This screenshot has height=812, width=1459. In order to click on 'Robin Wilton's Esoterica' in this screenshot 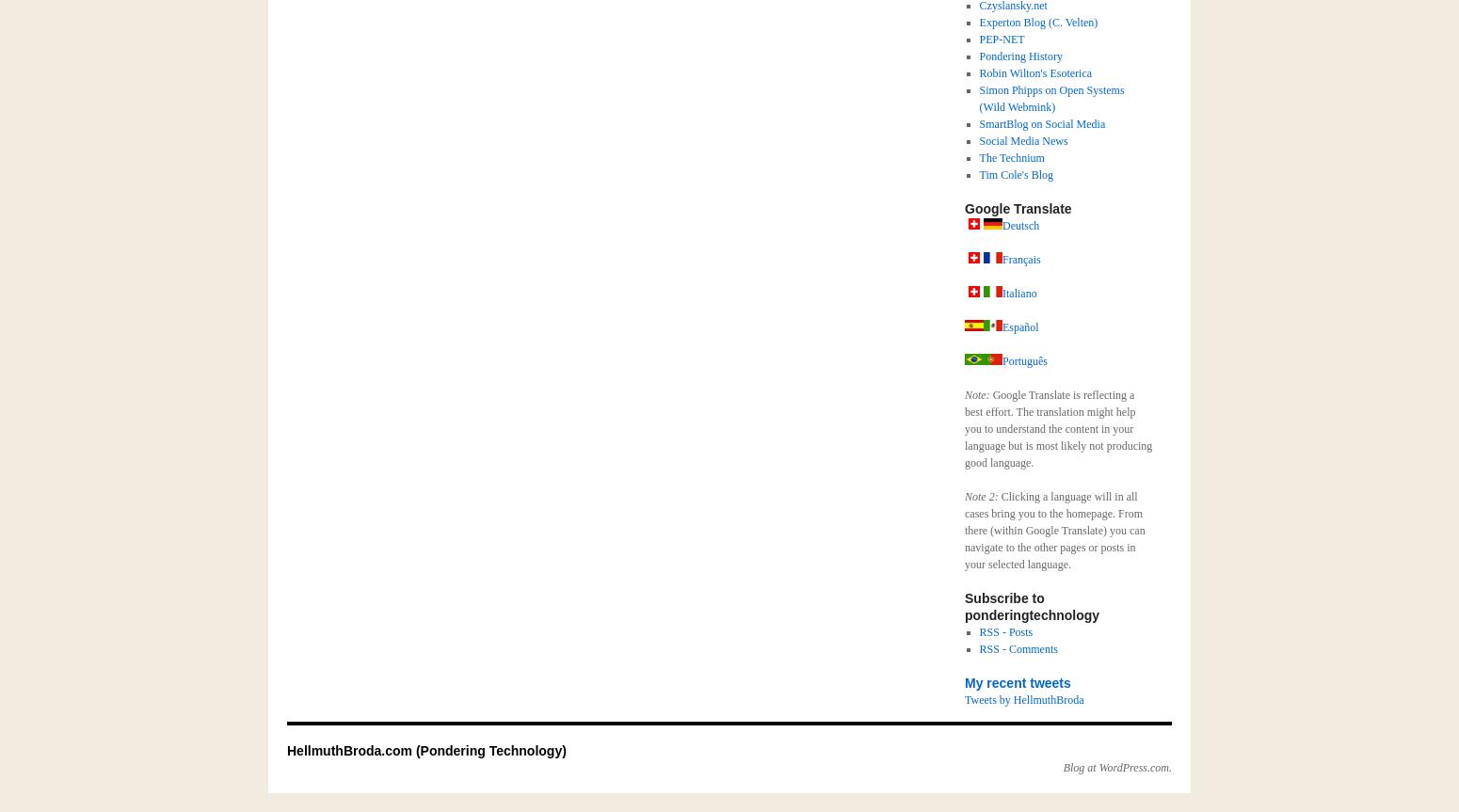, I will do `click(1034, 73)`.